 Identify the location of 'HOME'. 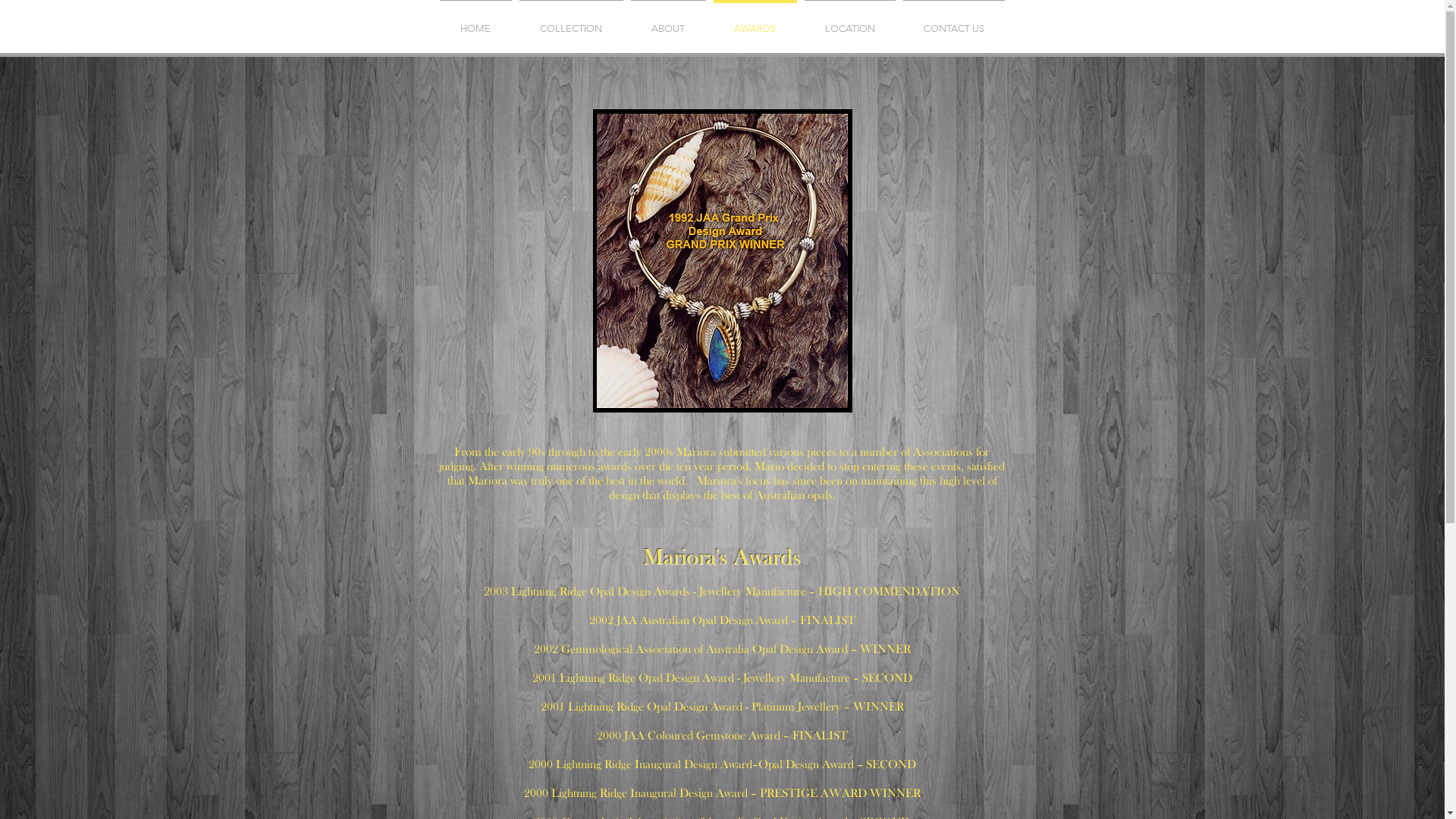
(474, 21).